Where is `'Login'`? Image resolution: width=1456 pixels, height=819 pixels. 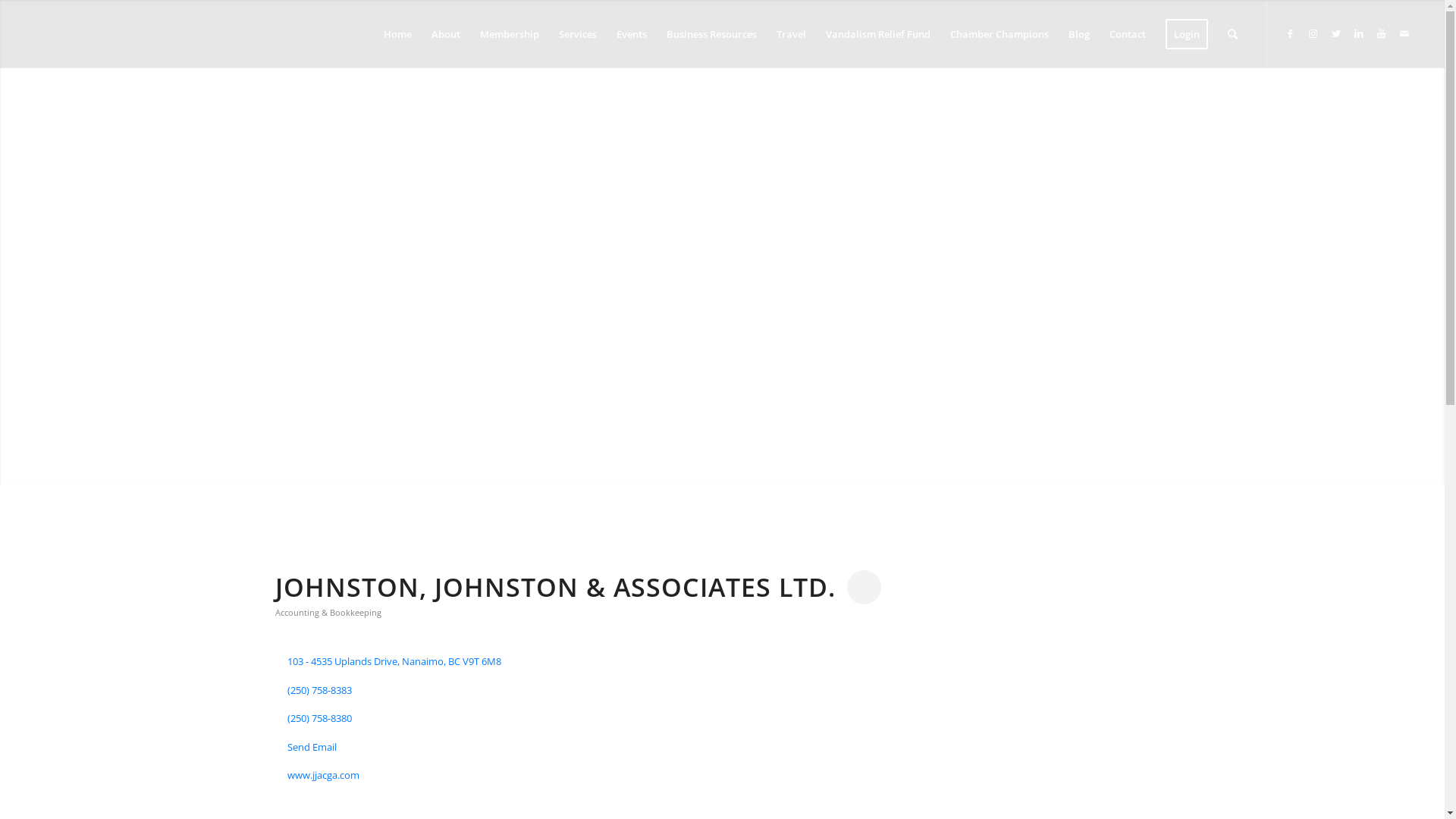 'Login' is located at coordinates (1185, 34).